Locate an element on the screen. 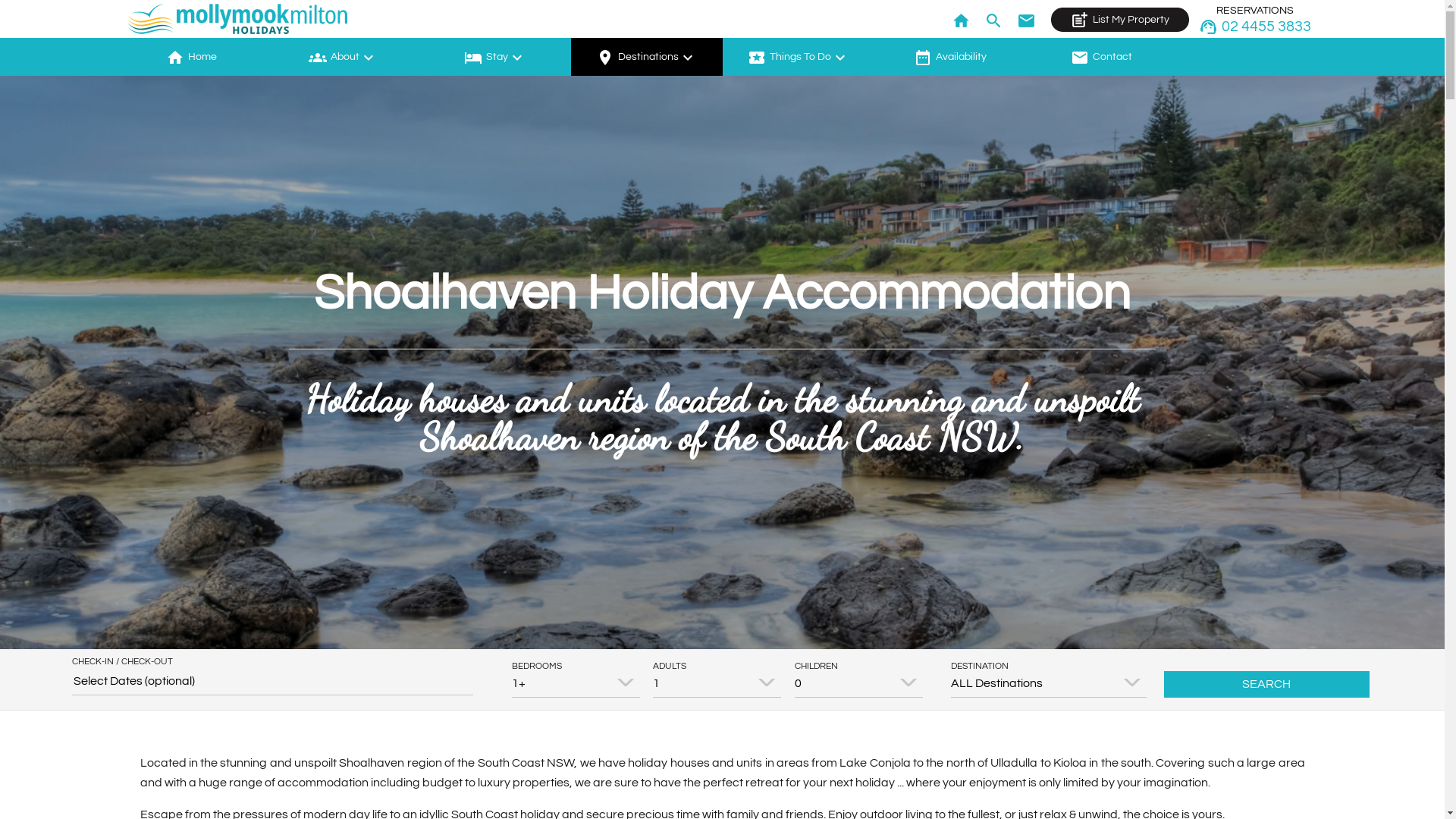 The image size is (1456, 819). 'groupsAboutexpand_more' is located at coordinates (341, 55).